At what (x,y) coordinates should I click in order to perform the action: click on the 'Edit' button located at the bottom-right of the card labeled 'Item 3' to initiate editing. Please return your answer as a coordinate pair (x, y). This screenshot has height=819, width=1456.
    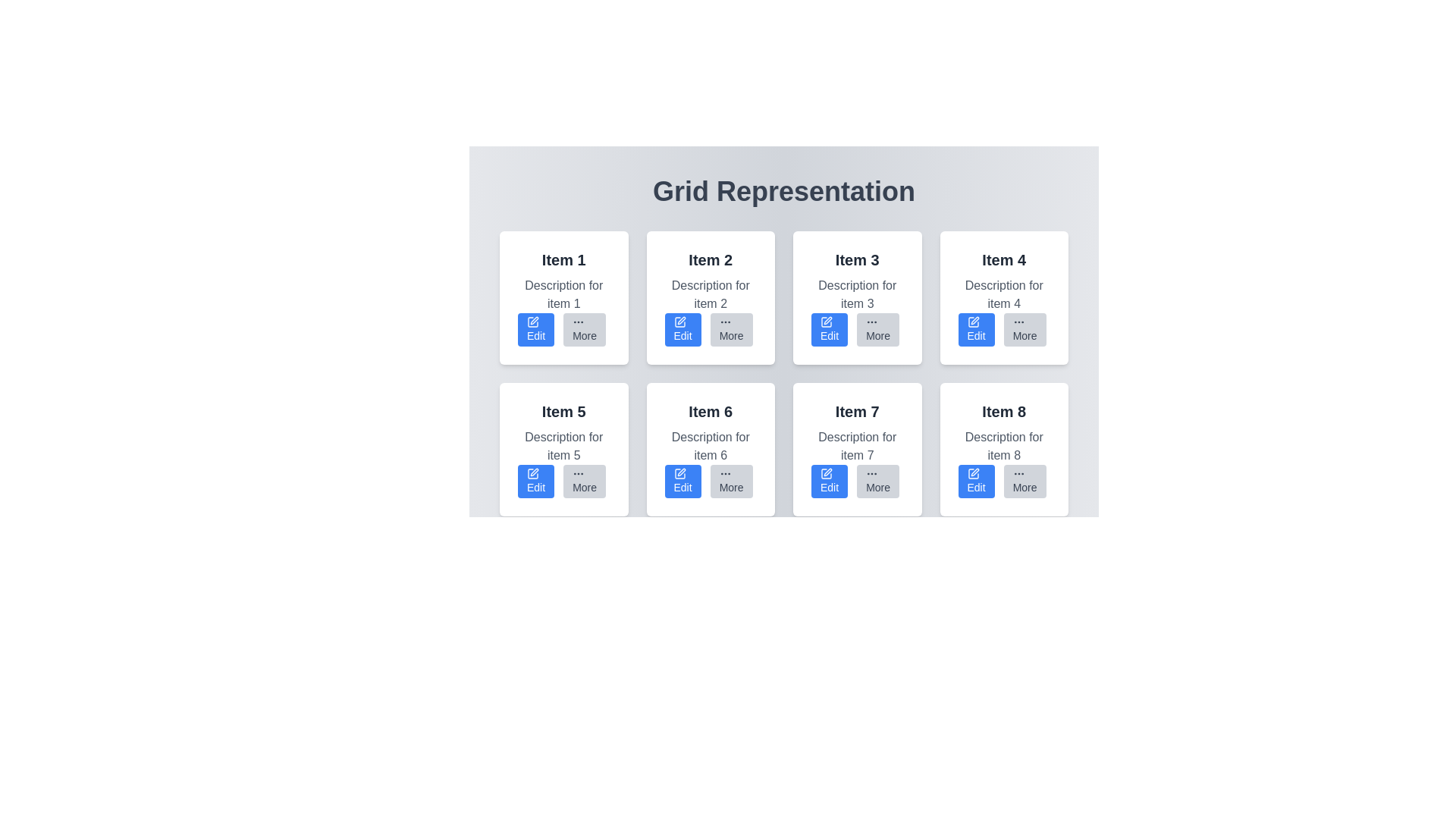
    Looking at the image, I should click on (826, 320).